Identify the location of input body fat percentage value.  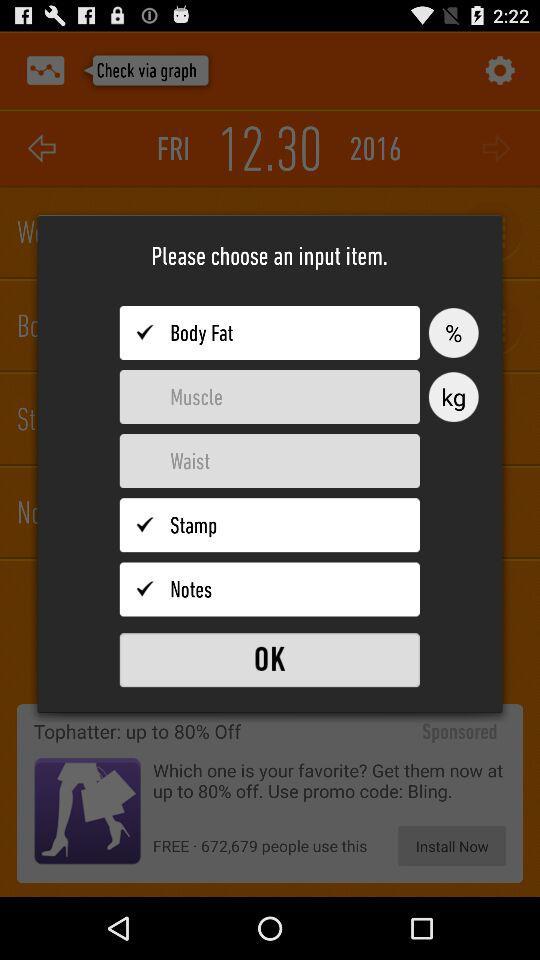
(269, 333).